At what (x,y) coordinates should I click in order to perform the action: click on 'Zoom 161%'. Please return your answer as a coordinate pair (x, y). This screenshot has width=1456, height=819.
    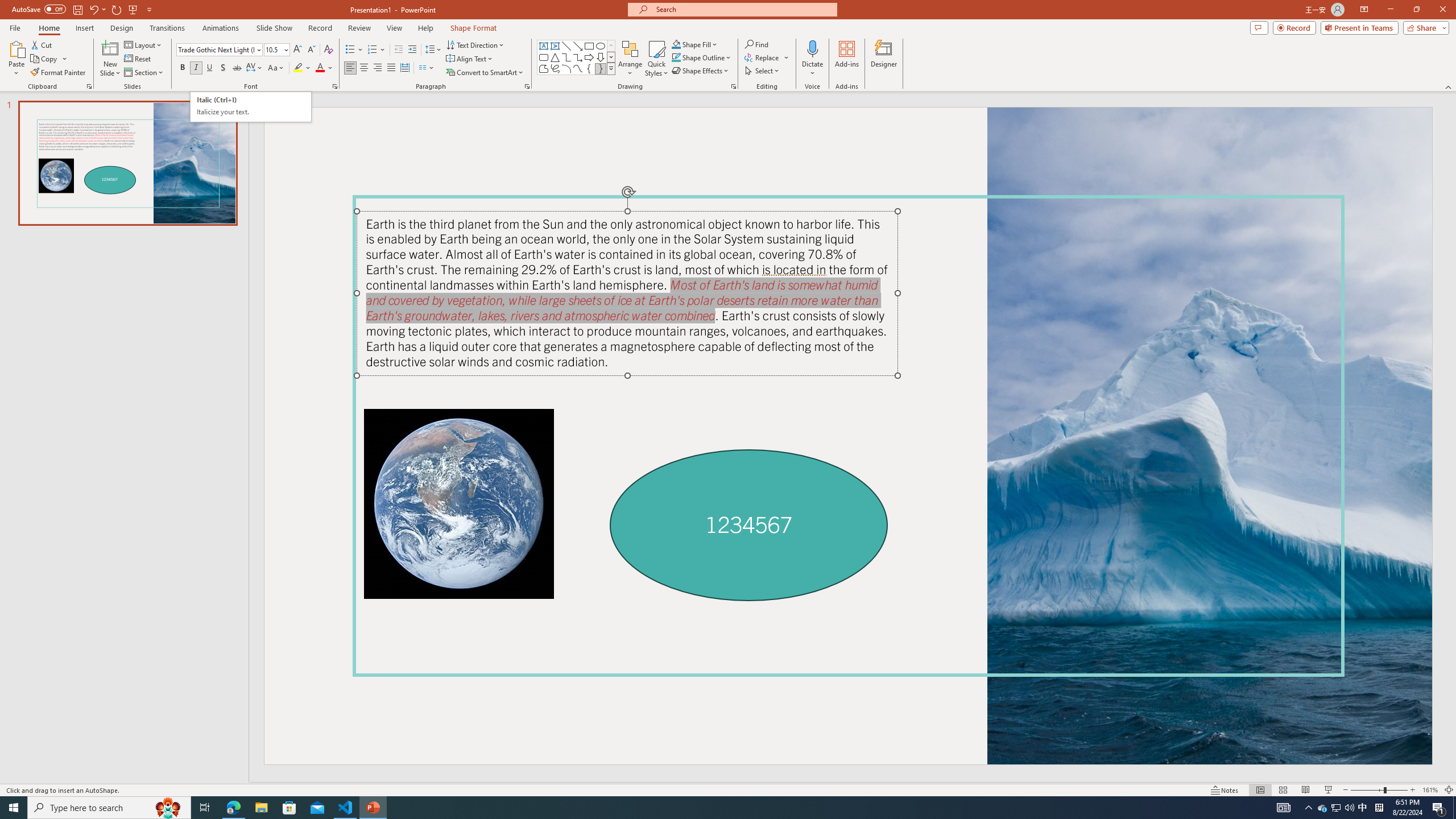
    Looking at the image, I should click on (1430, 790).